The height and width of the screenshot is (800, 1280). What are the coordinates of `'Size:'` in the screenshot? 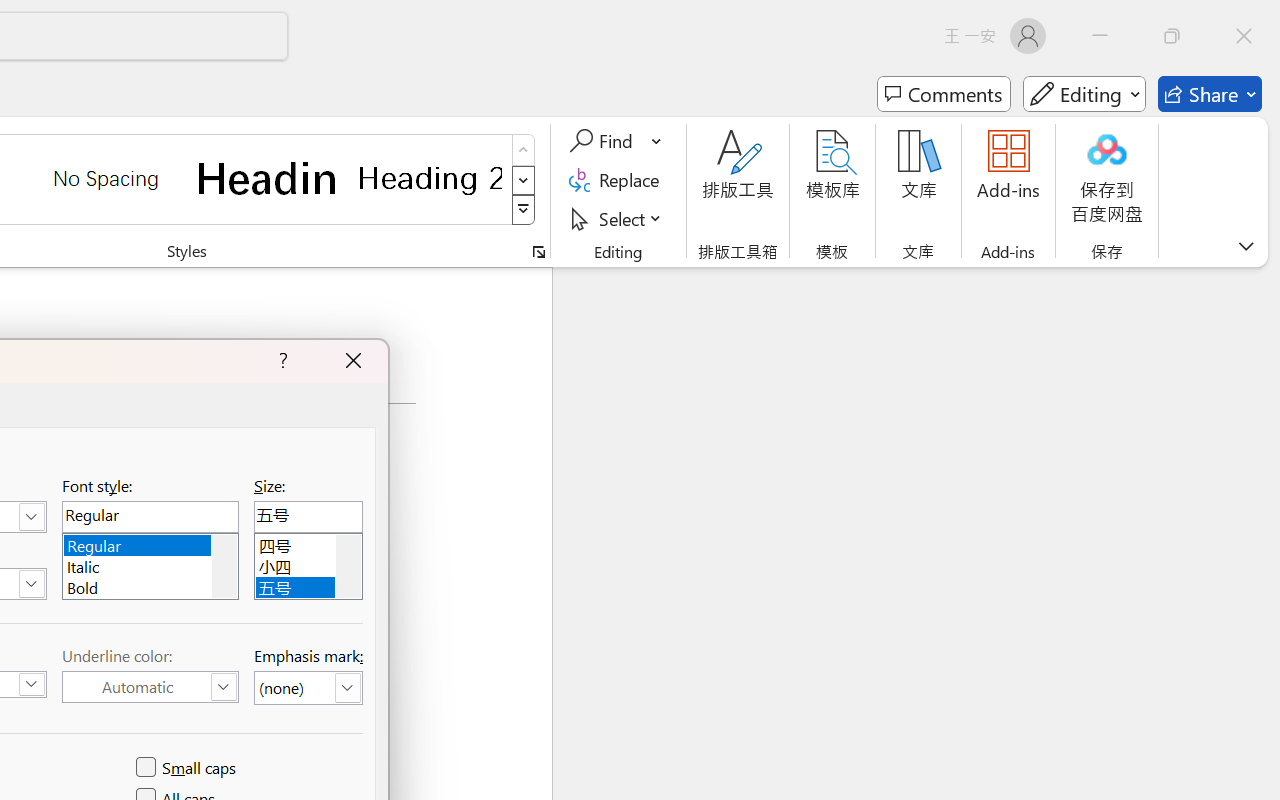 It's located at (307, 515).